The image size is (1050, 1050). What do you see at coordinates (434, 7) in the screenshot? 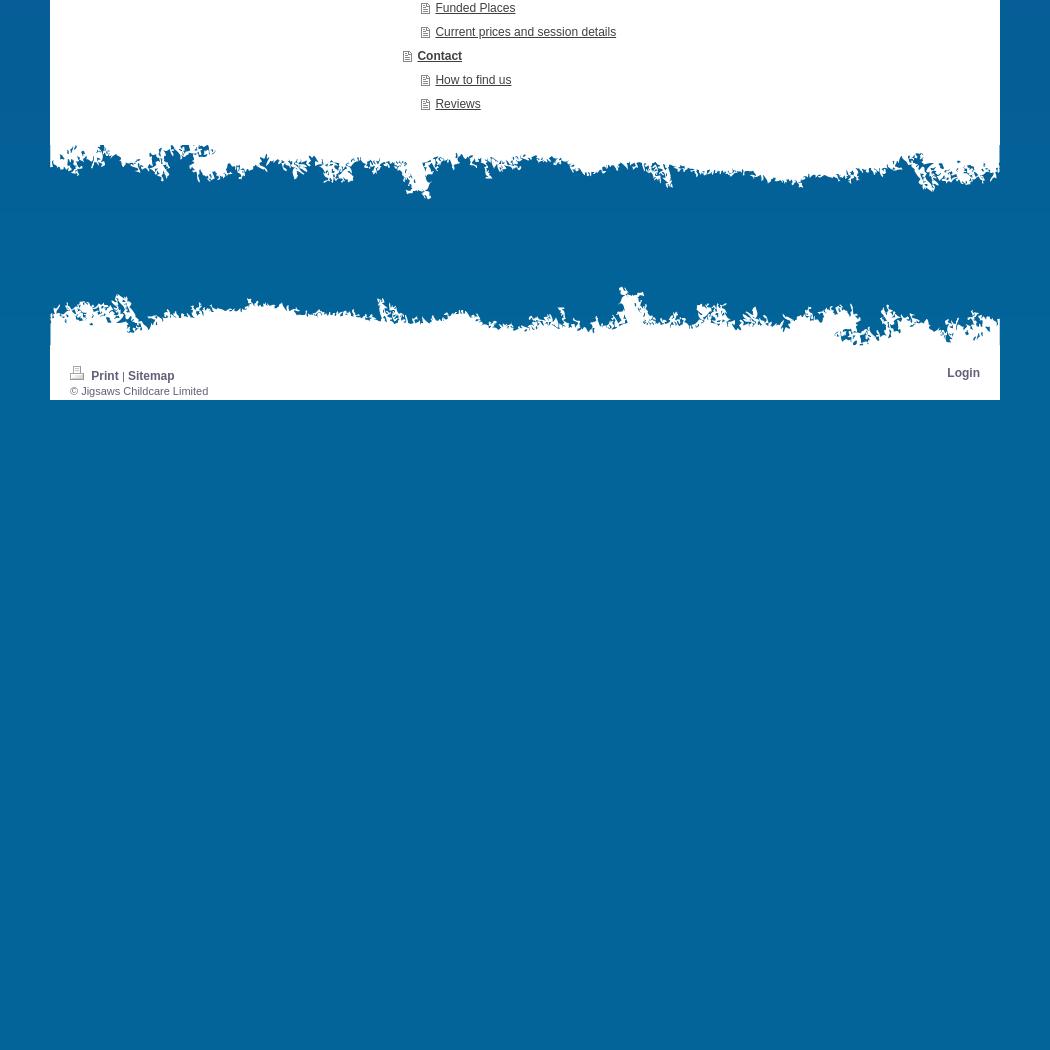
I see `'Funded Places'` at bounding box center [434, 7].